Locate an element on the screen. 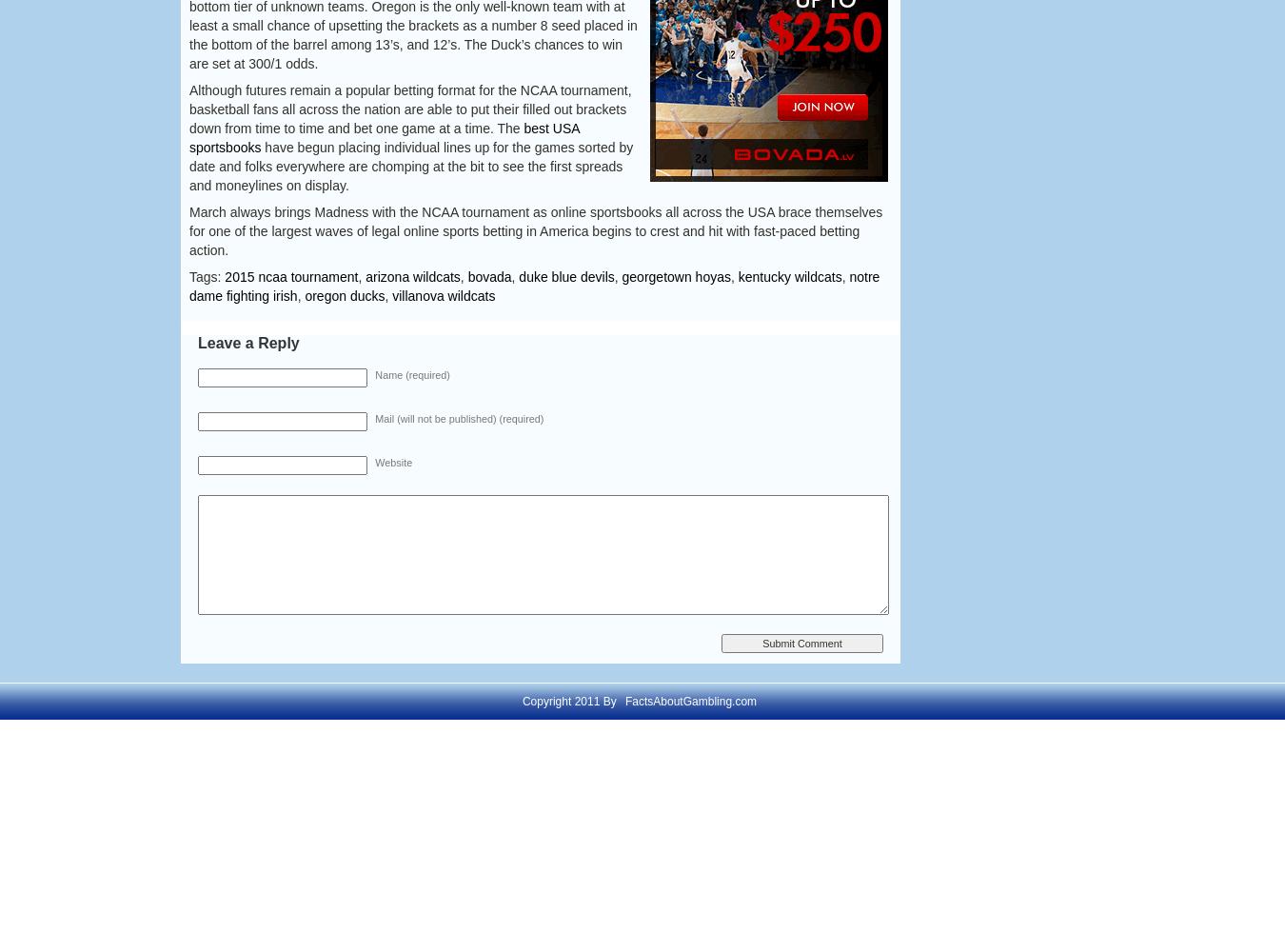 The height and width of the screenshot is (952, 1285). 'arizona wildcats' is located at coordinates (412, 277).